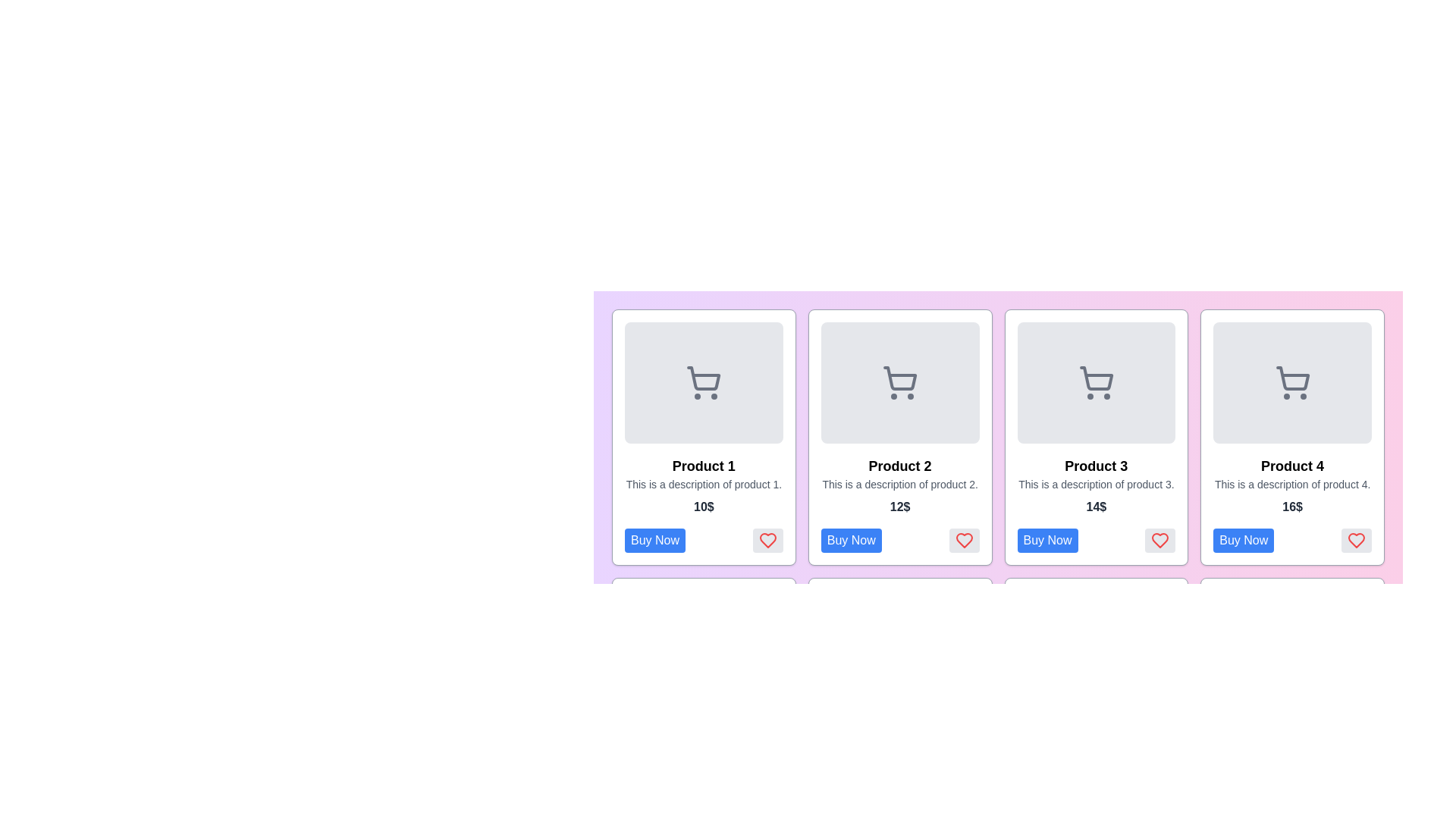  What do you see at coordinates (1096, 465) in the screenshot?
I see `the text element displaying 'Product 3', which is bold and larger than other text elements` at bounding box center [1096, 465].